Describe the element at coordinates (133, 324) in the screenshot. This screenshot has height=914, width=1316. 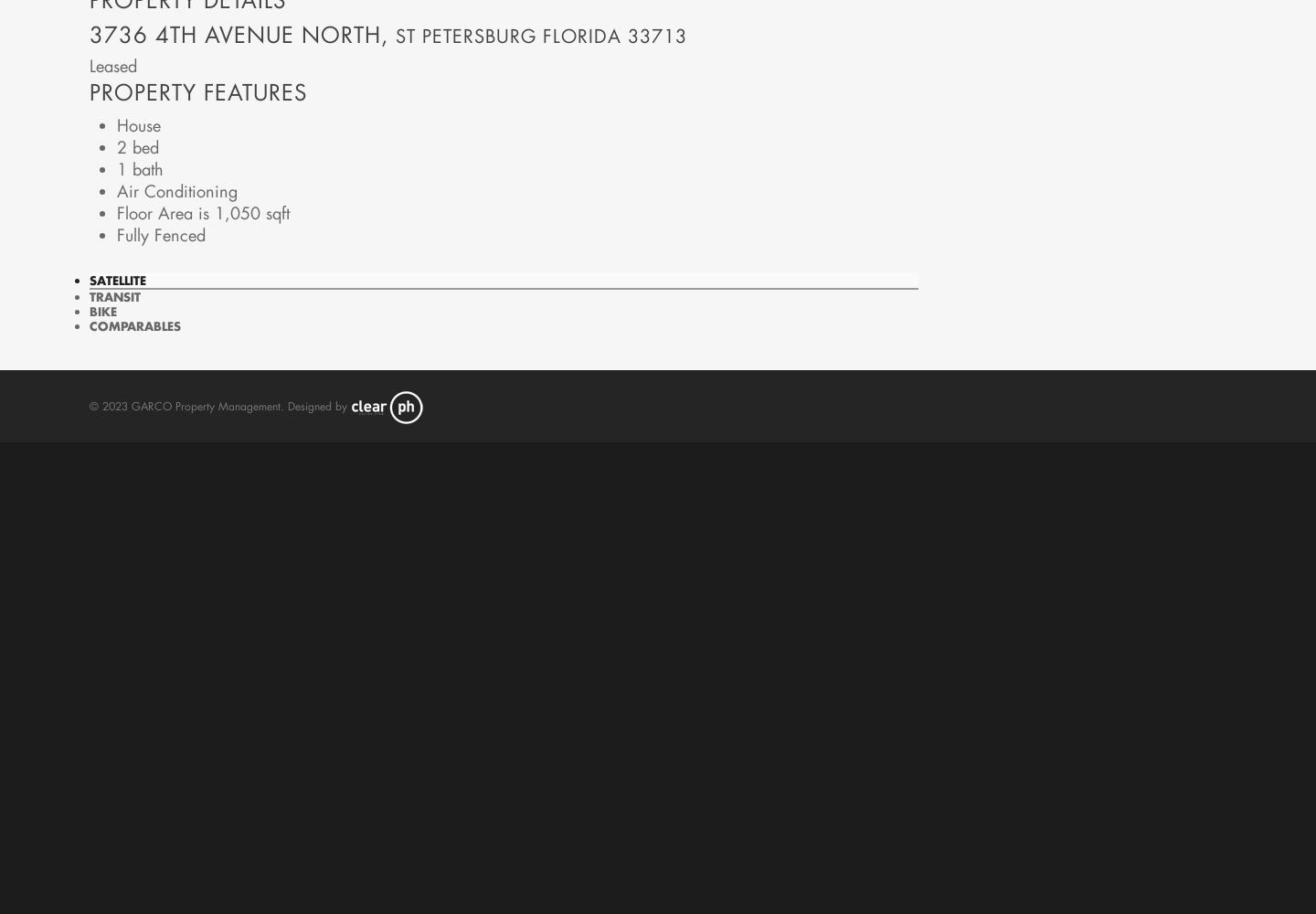
I see `'Comparables'` at that location.